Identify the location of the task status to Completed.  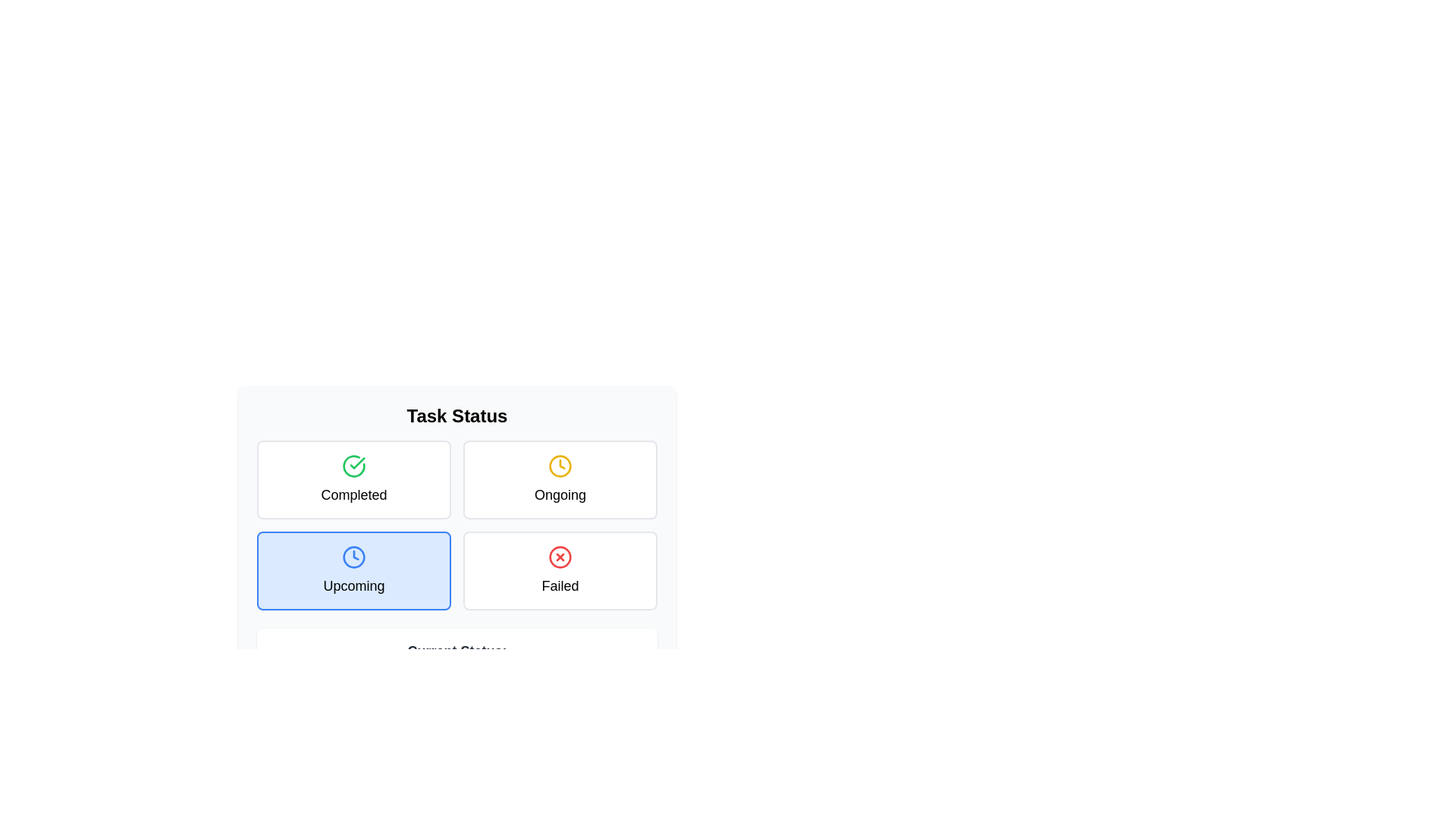
(353, 479).